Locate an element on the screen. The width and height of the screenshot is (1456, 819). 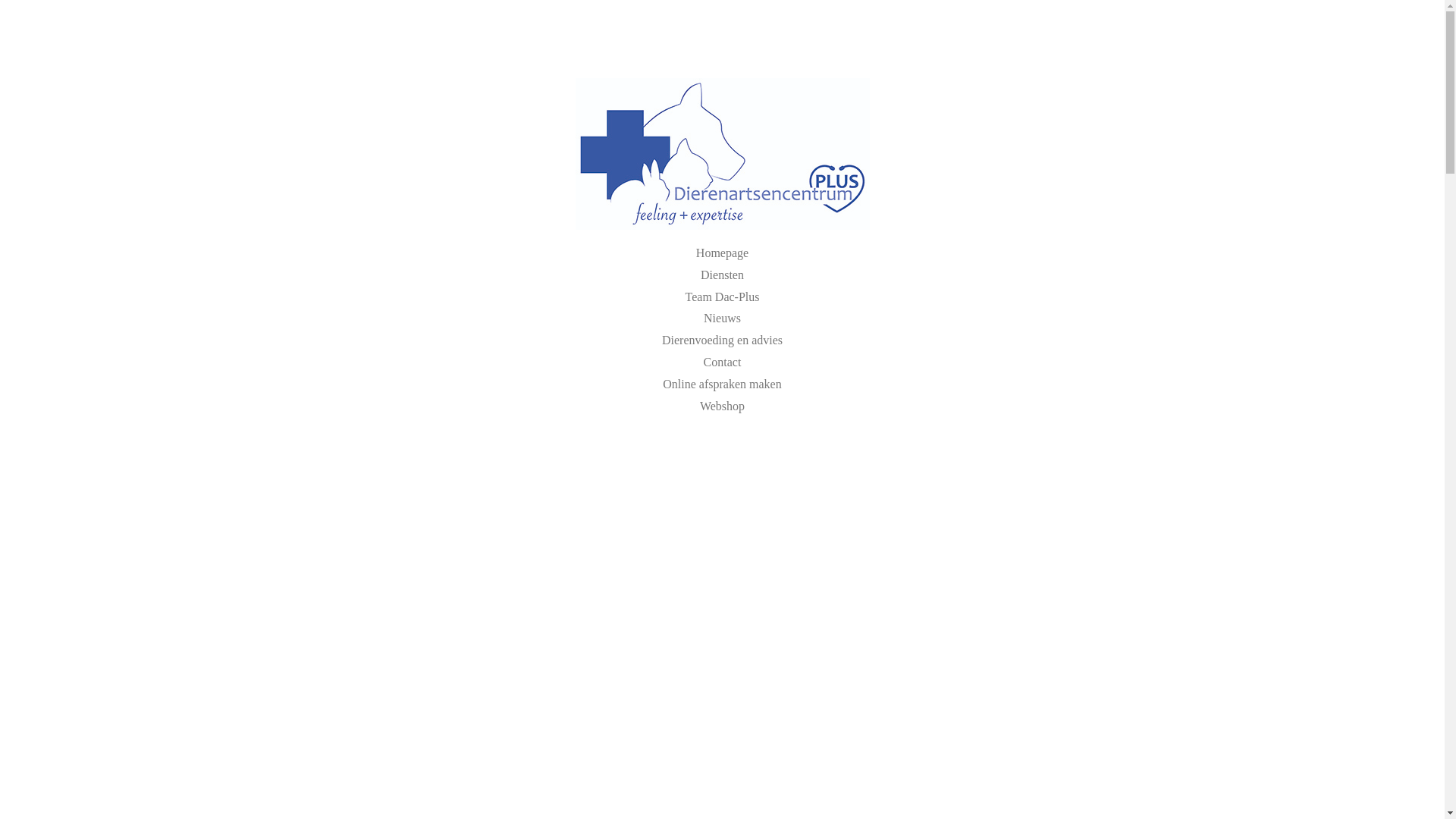
'Homepage' is located at coordinates (721, 252).